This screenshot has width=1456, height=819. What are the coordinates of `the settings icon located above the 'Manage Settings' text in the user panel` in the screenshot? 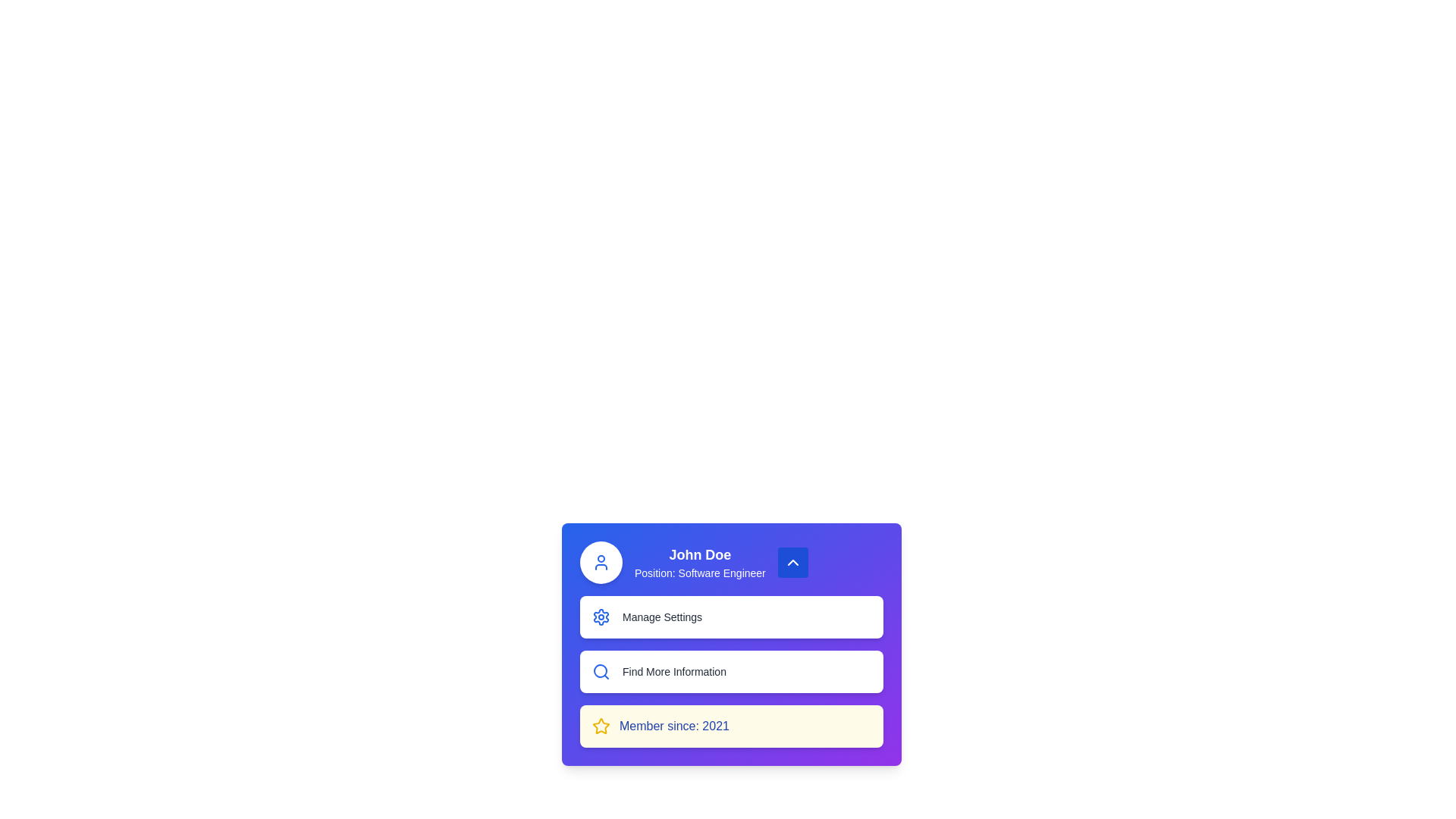 It's located at (600, 617).